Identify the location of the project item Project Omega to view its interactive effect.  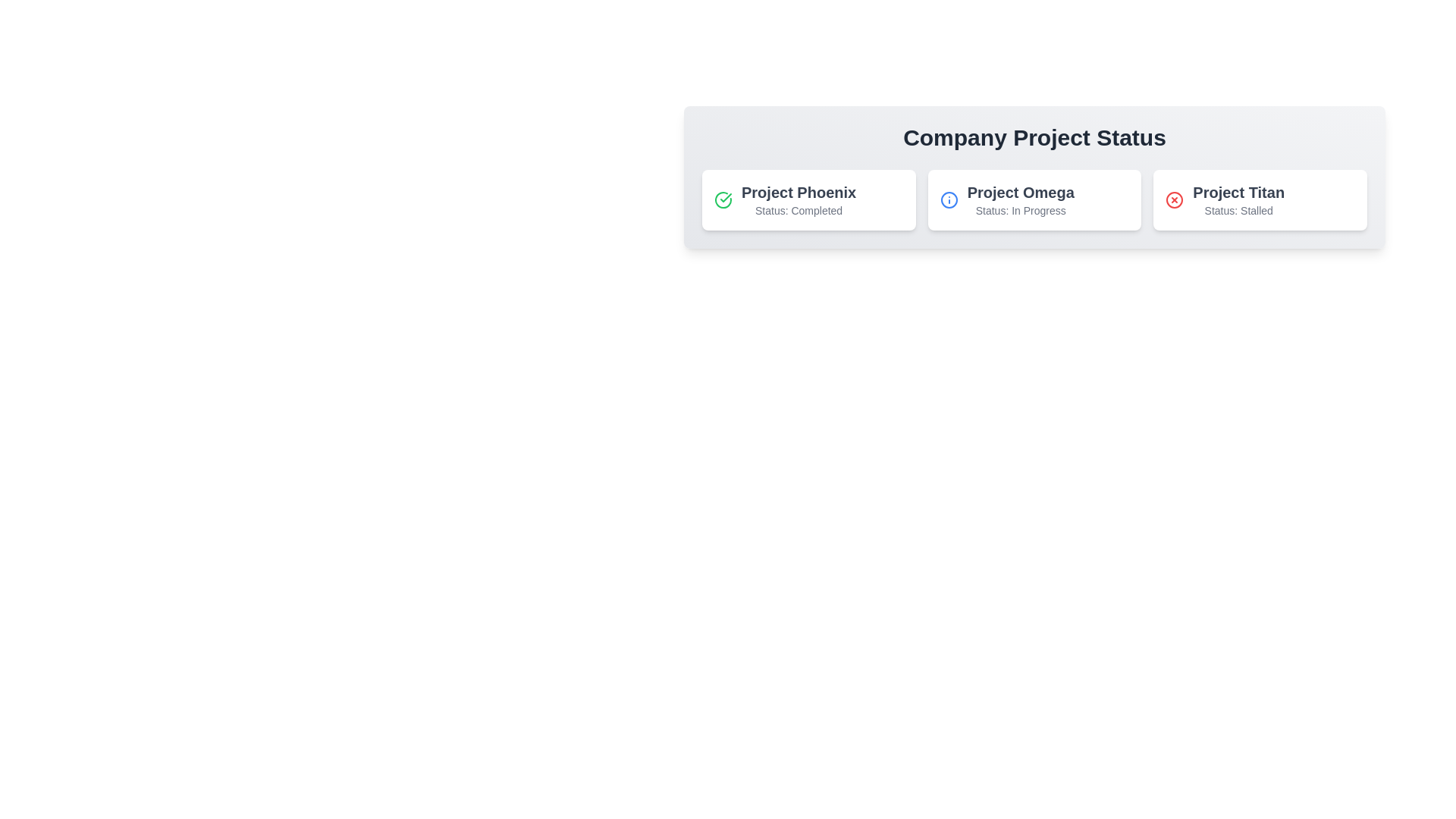
(1034, 199).